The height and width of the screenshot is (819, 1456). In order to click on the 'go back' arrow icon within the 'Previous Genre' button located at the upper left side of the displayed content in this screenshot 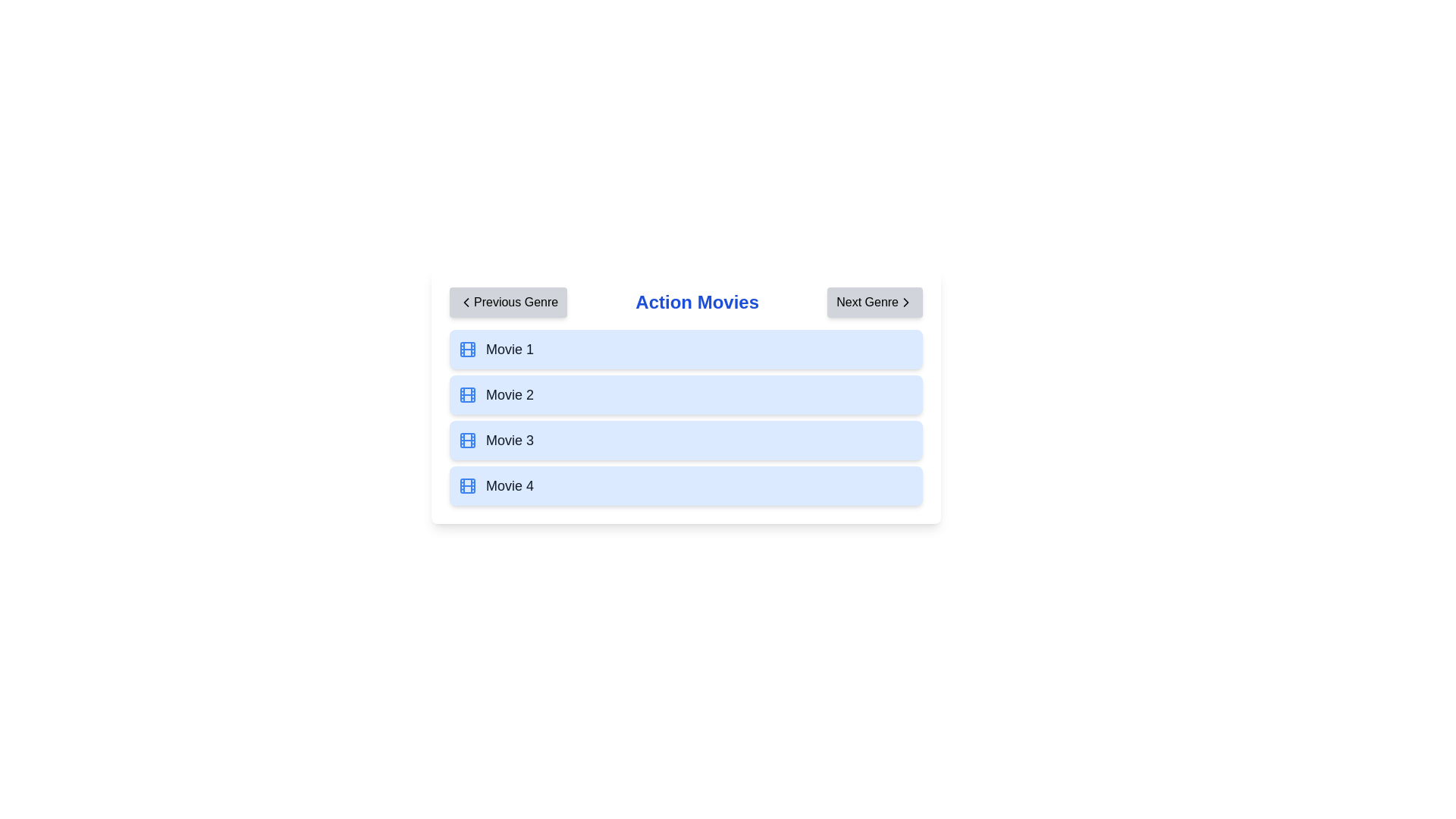, I will do `click(465, 302)`.